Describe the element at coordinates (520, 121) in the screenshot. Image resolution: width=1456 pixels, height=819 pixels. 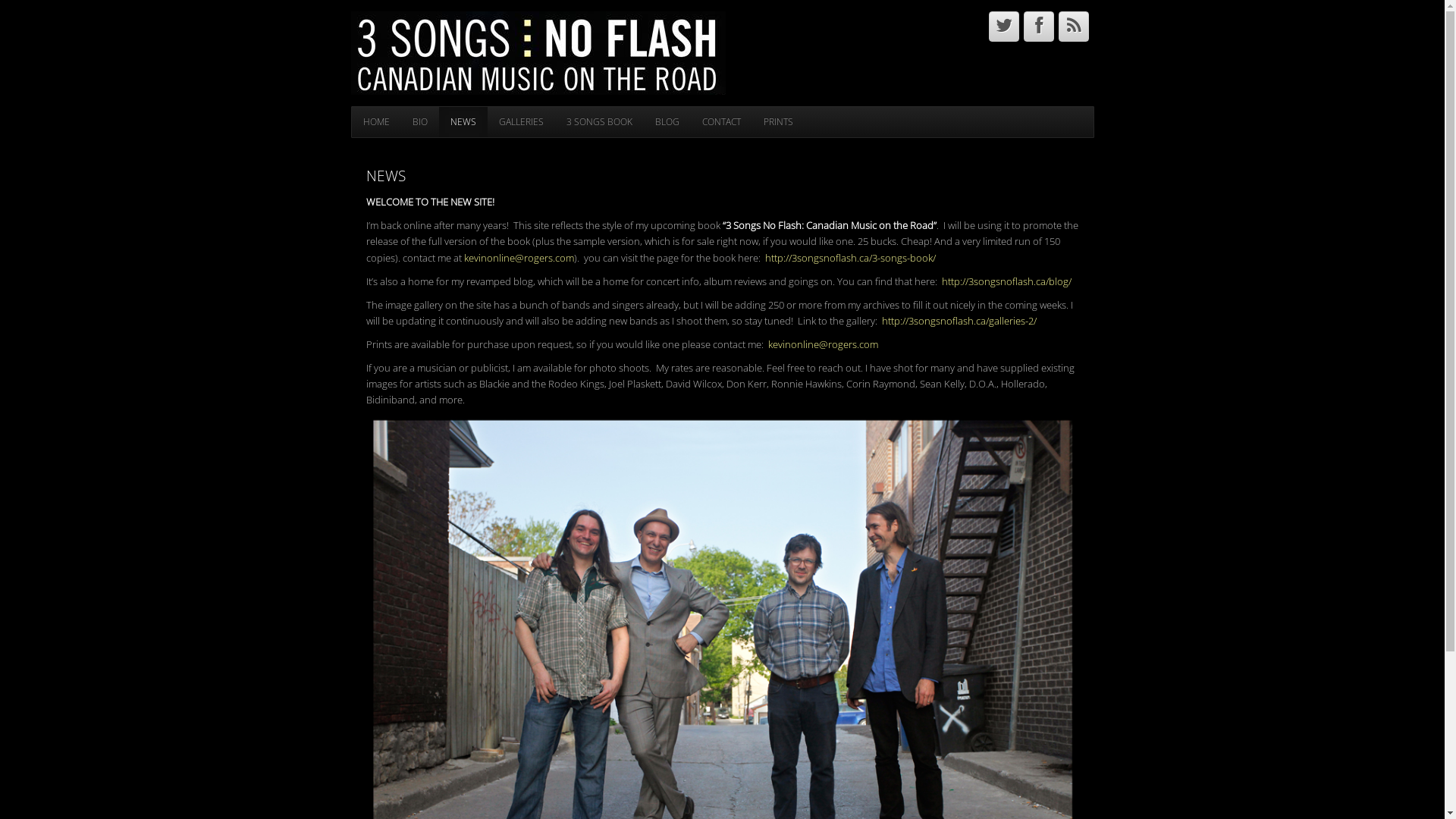
I see `'GALLERIES'` at that location.